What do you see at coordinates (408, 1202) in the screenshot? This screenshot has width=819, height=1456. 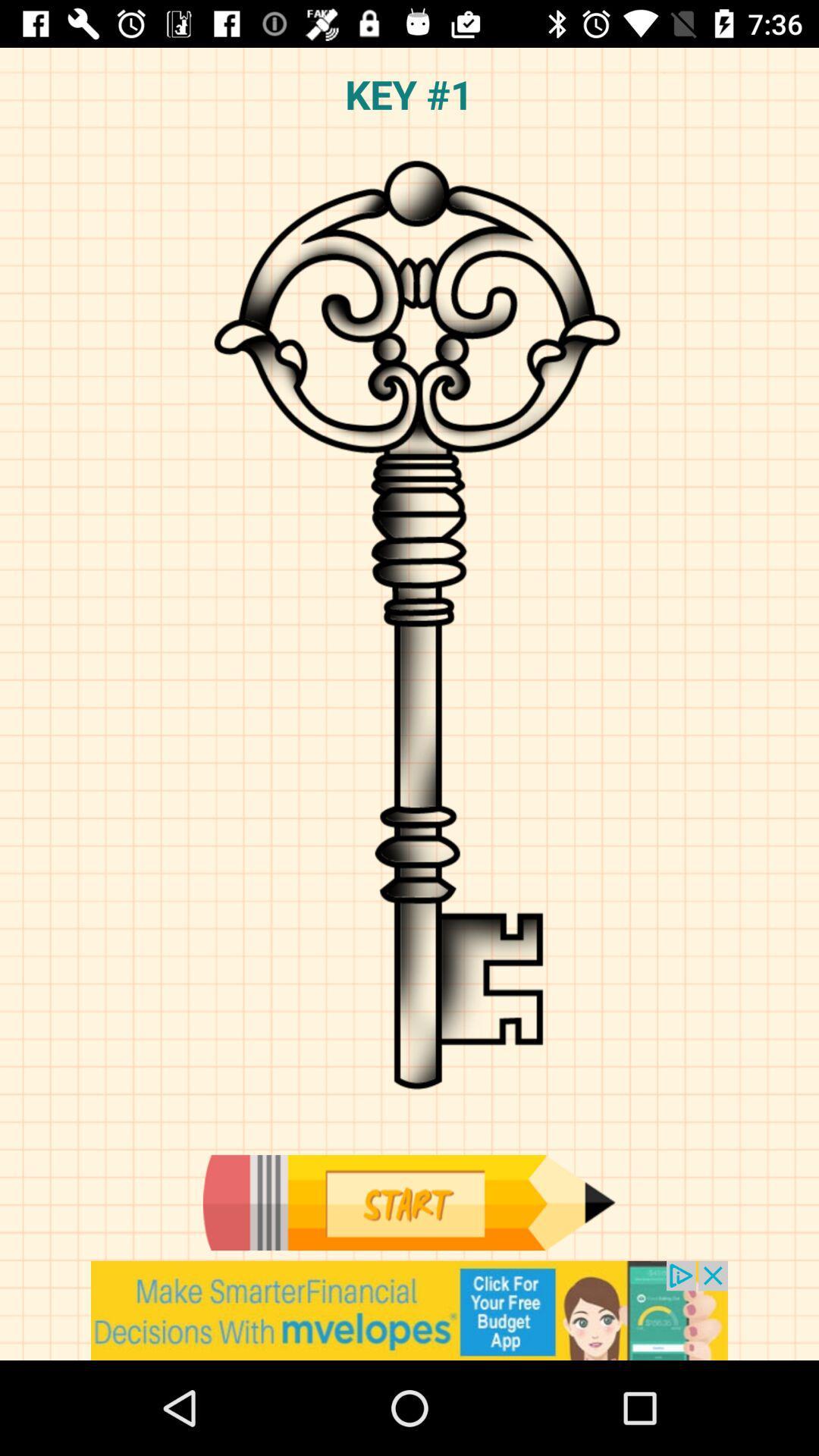 I see `next level proces` at bounding box center [408, 1202].